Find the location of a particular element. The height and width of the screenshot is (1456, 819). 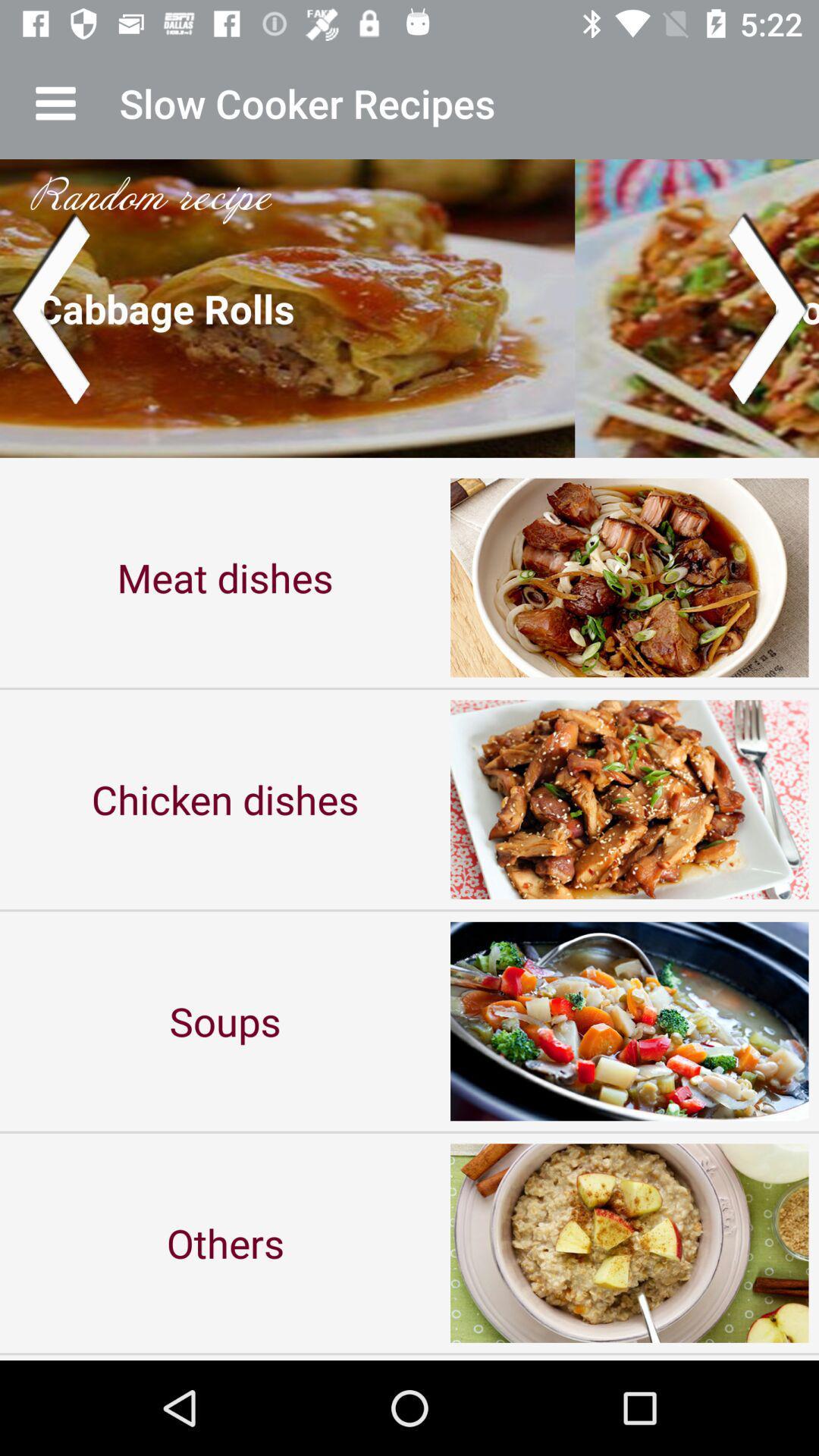

the item above the chicken dishes icon is located at coordinates (225, 576).